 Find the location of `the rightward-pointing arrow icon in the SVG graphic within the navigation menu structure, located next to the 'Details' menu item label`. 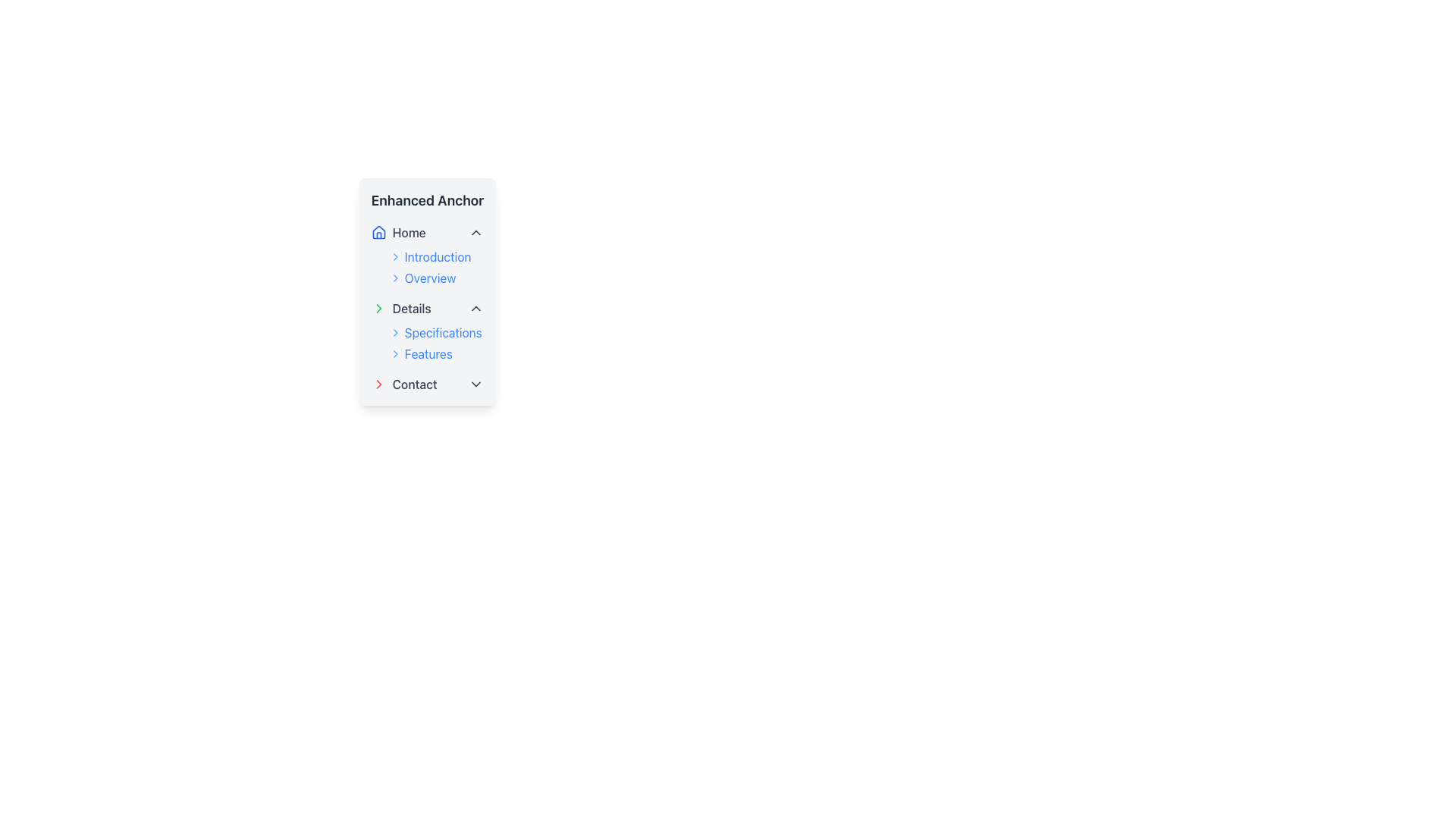

the rightward-pointing arrow icon in the SVG graphic within the navigation menu structure, located next to the 'Details' menu item label is located at coordinates (378, 308).